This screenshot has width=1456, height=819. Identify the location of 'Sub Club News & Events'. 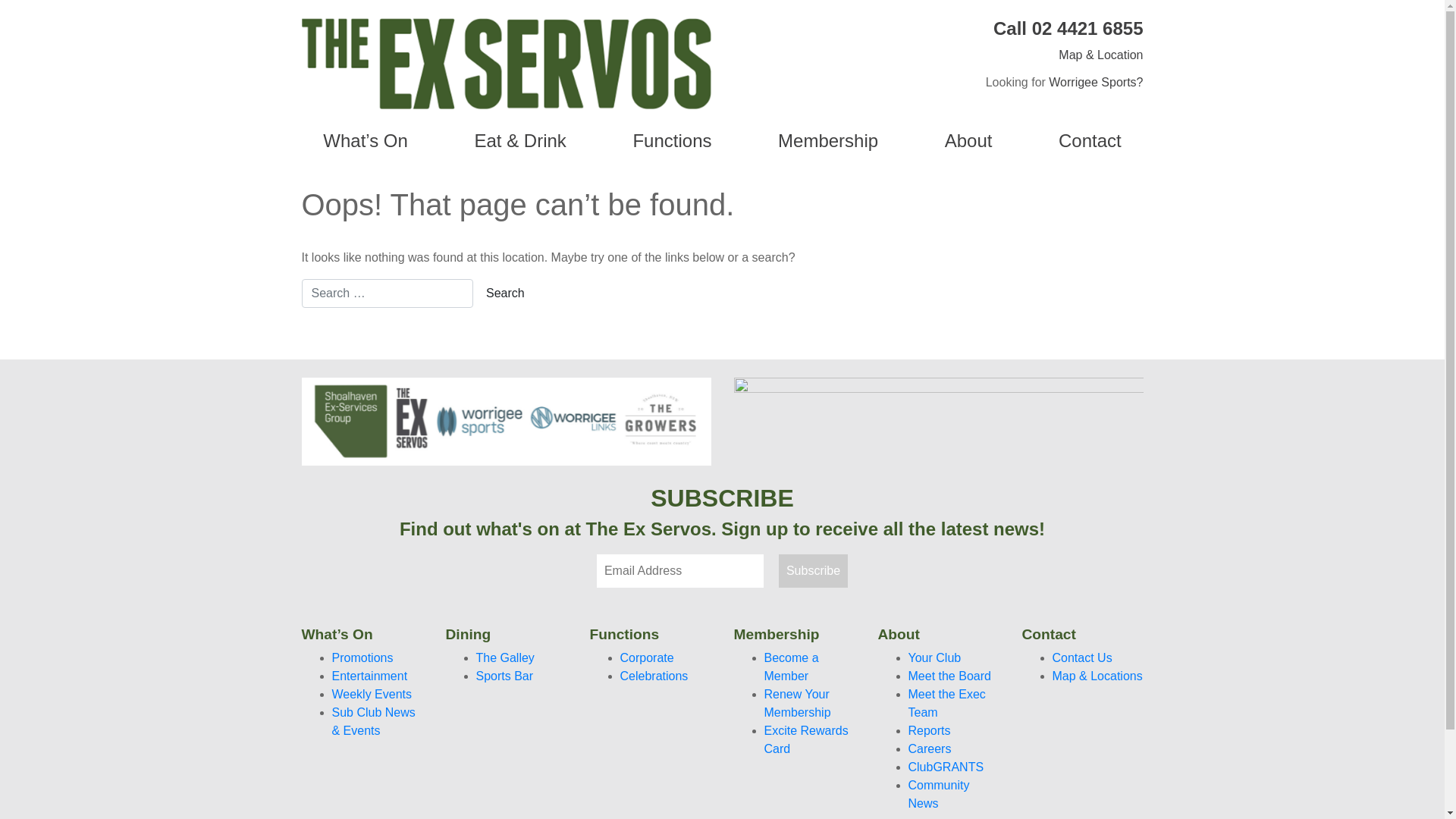
(374, 720).